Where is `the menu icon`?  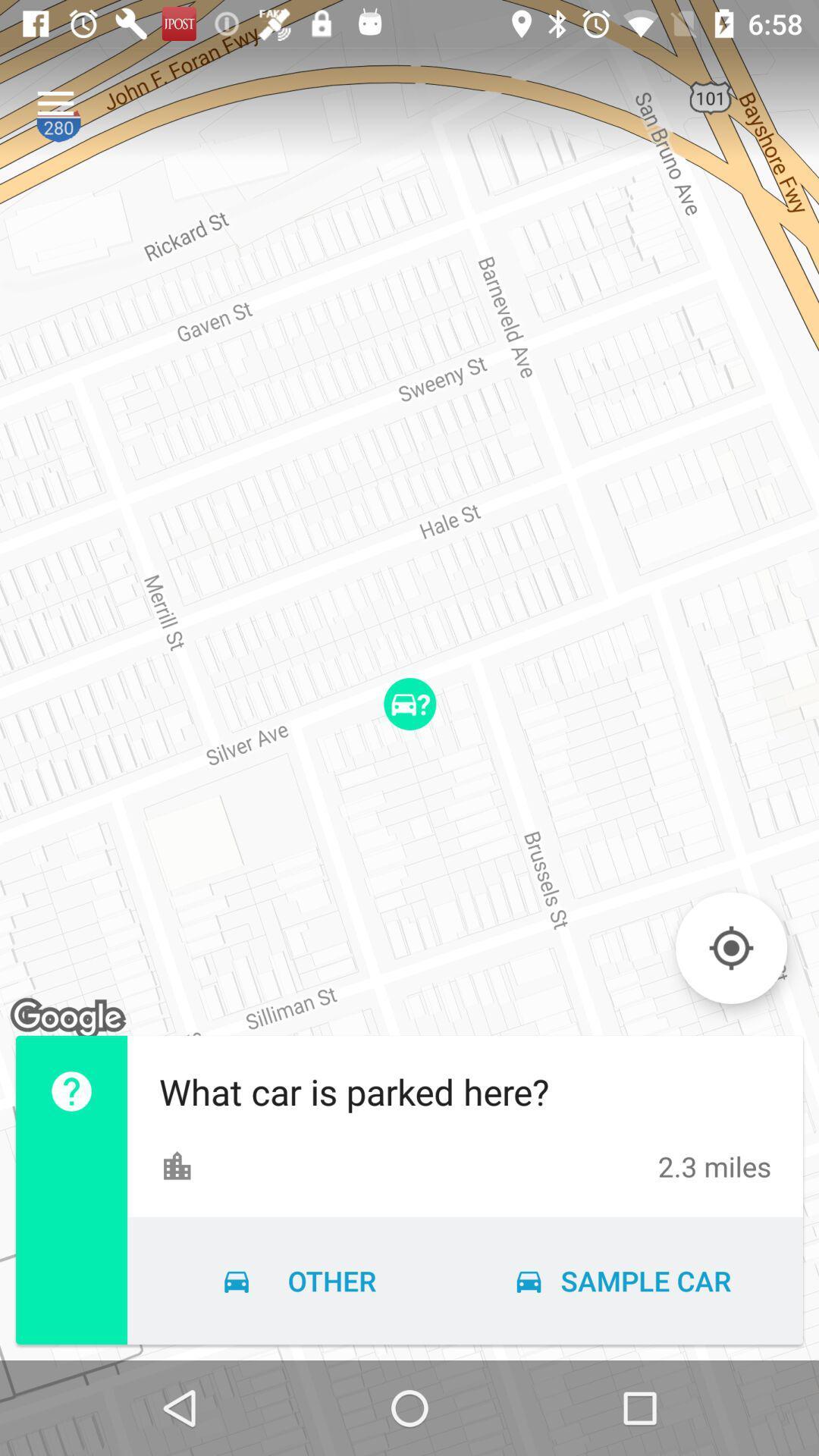
the menu icon is located at coordinates (55, 102).